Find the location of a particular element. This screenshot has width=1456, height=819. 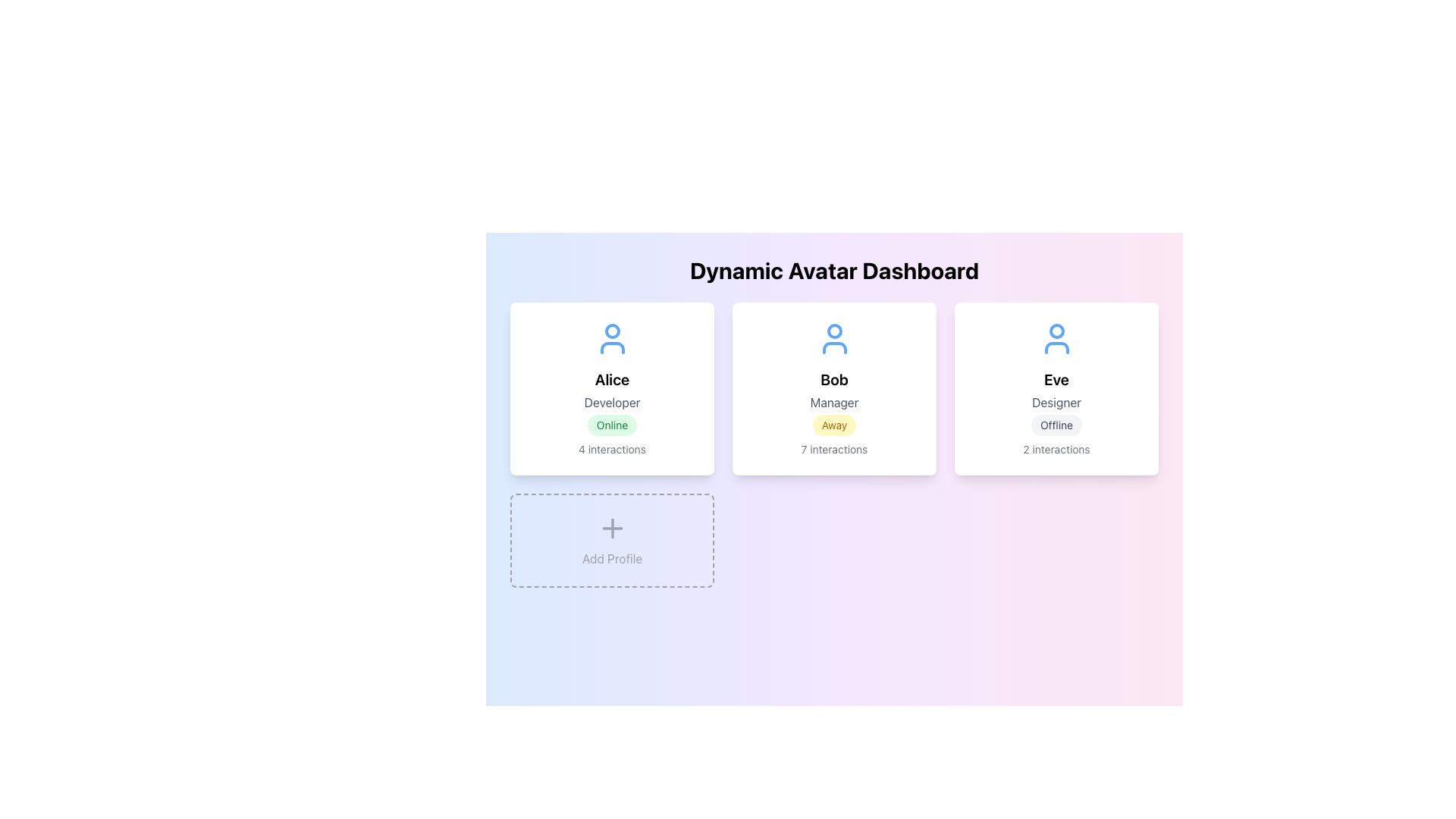

the lower part of the user icon illustration for 'Alice' within the SVG graphic is located at coordinates (612, 348).